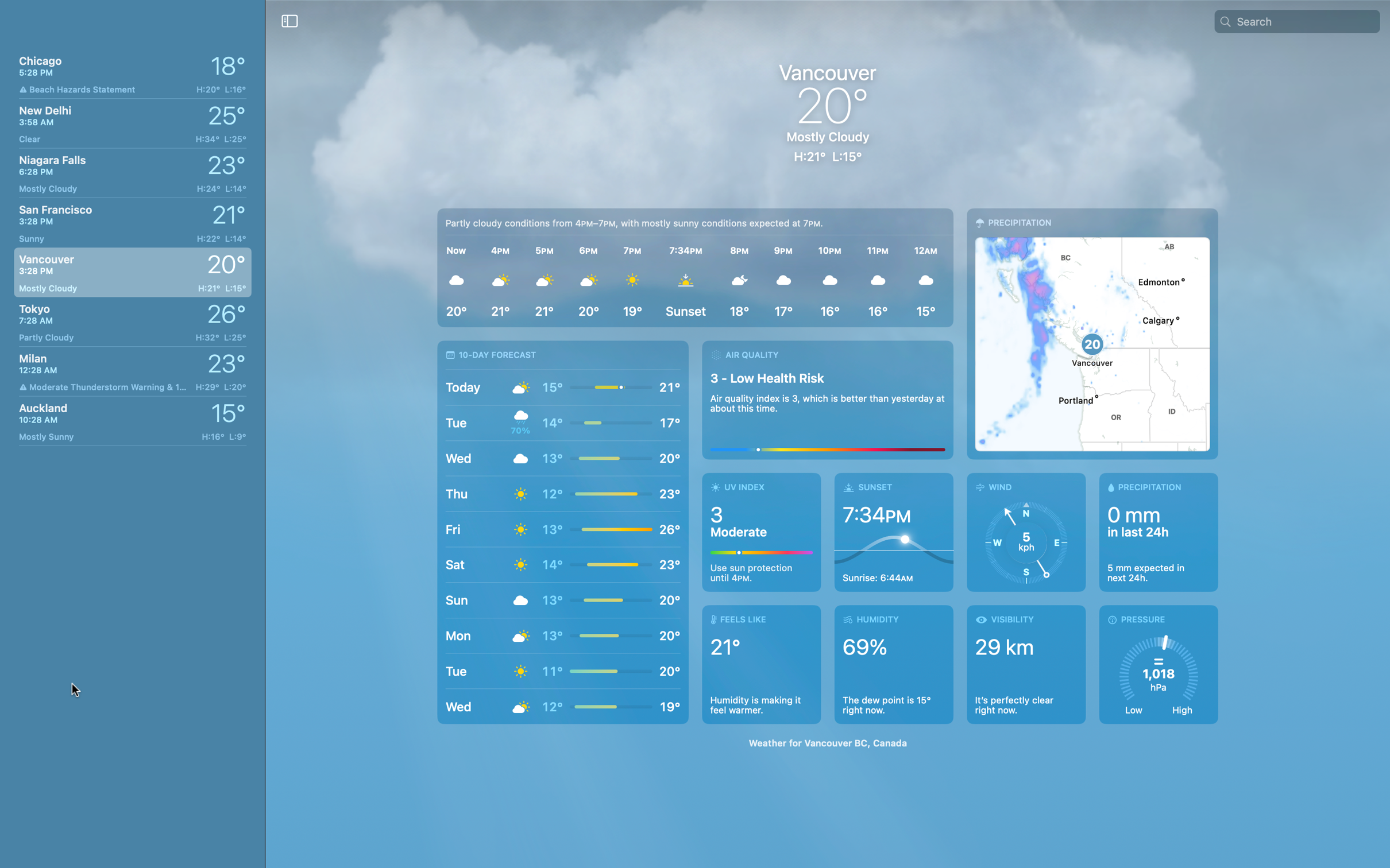  Describe the element at coordinates (894, 532) in the screenshot. I see `Determine the position of the sun in Vancouver` at that location.